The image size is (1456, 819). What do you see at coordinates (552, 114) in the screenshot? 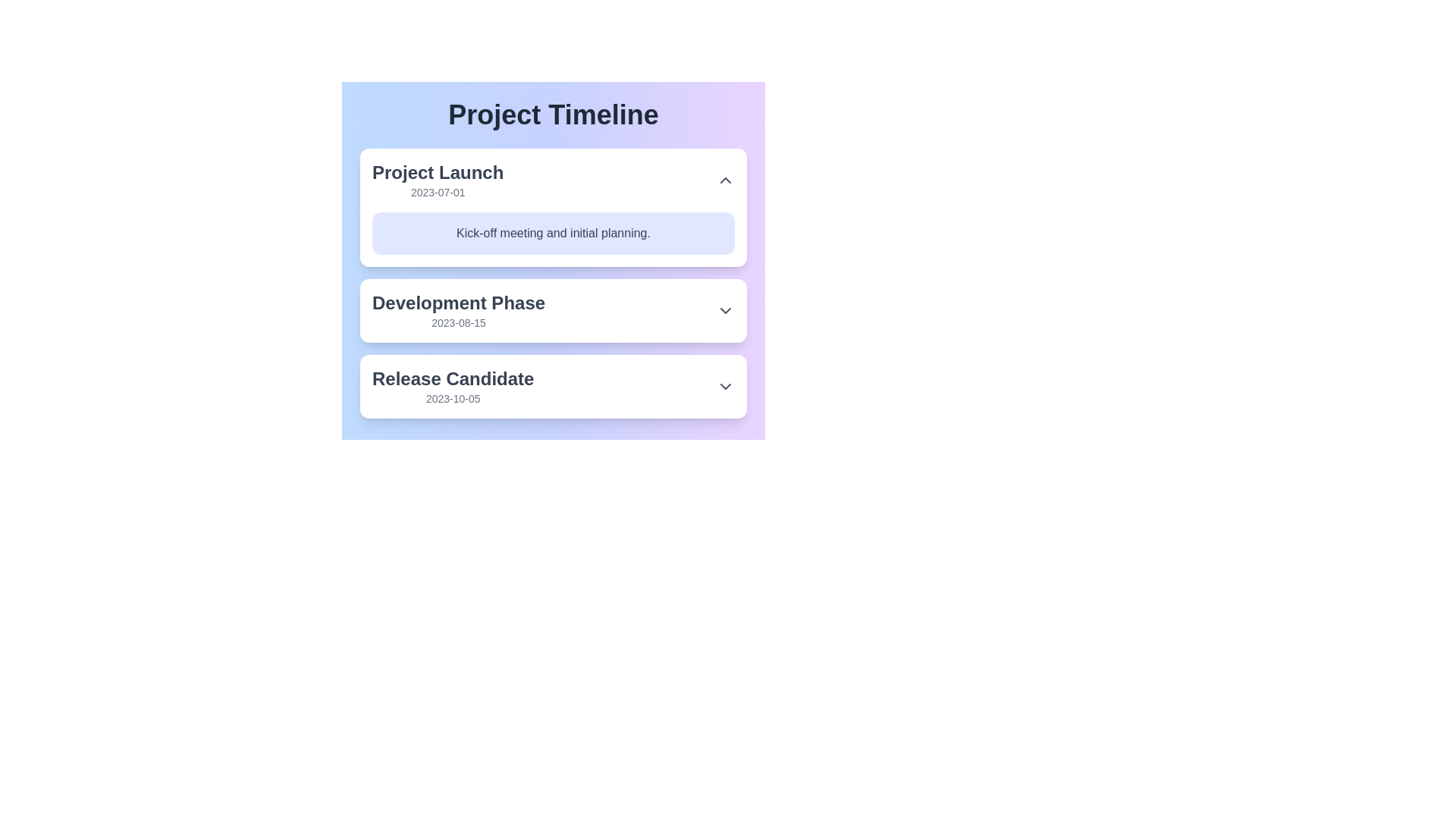
I see `the Header text element titled 'Project Timeline', which serves as the title for the surrounding content` at bounding box center [552, 114].